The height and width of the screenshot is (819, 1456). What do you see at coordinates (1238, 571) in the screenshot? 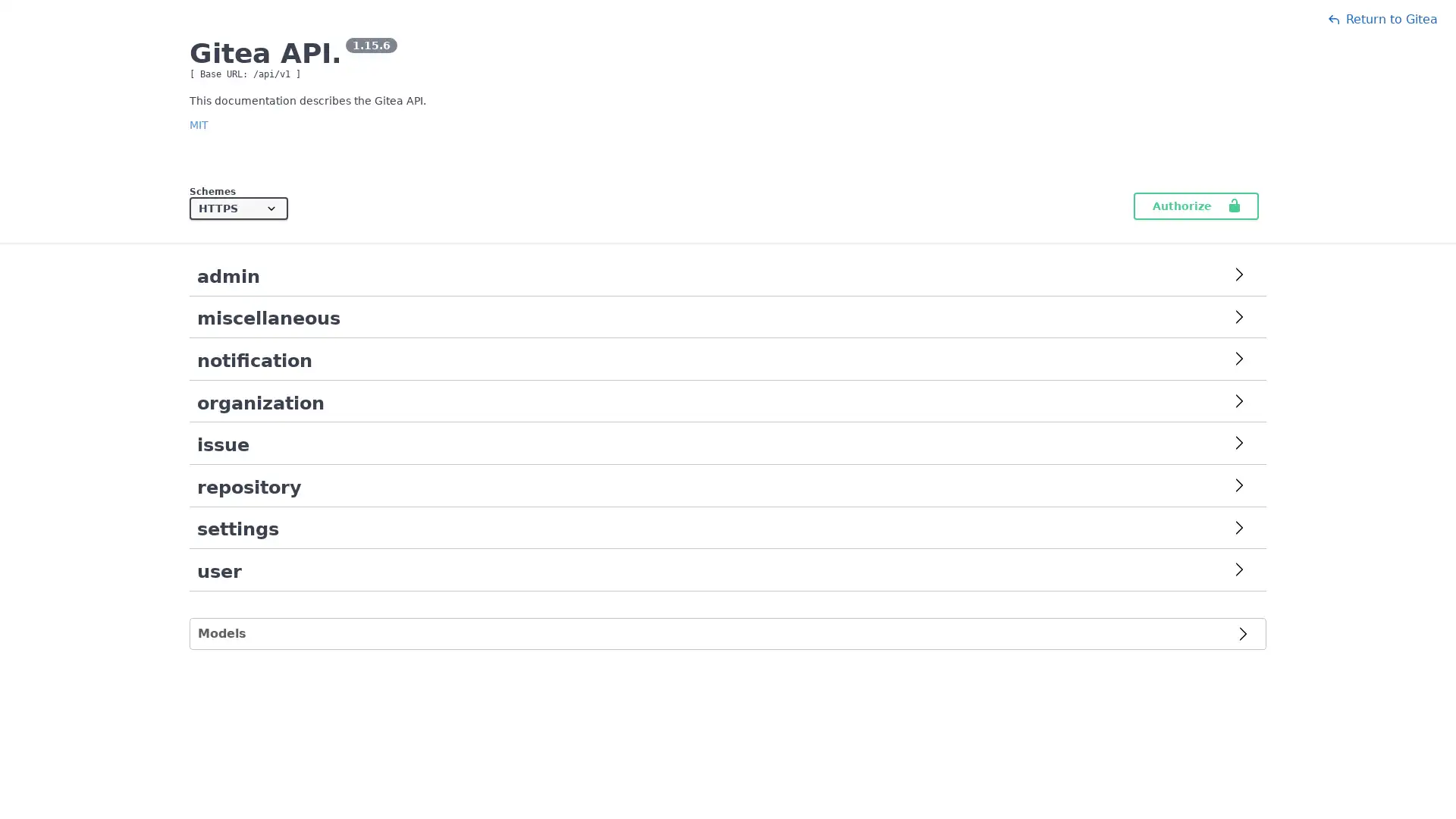
I see `Expand operation` at bounding box center [1238, 571].